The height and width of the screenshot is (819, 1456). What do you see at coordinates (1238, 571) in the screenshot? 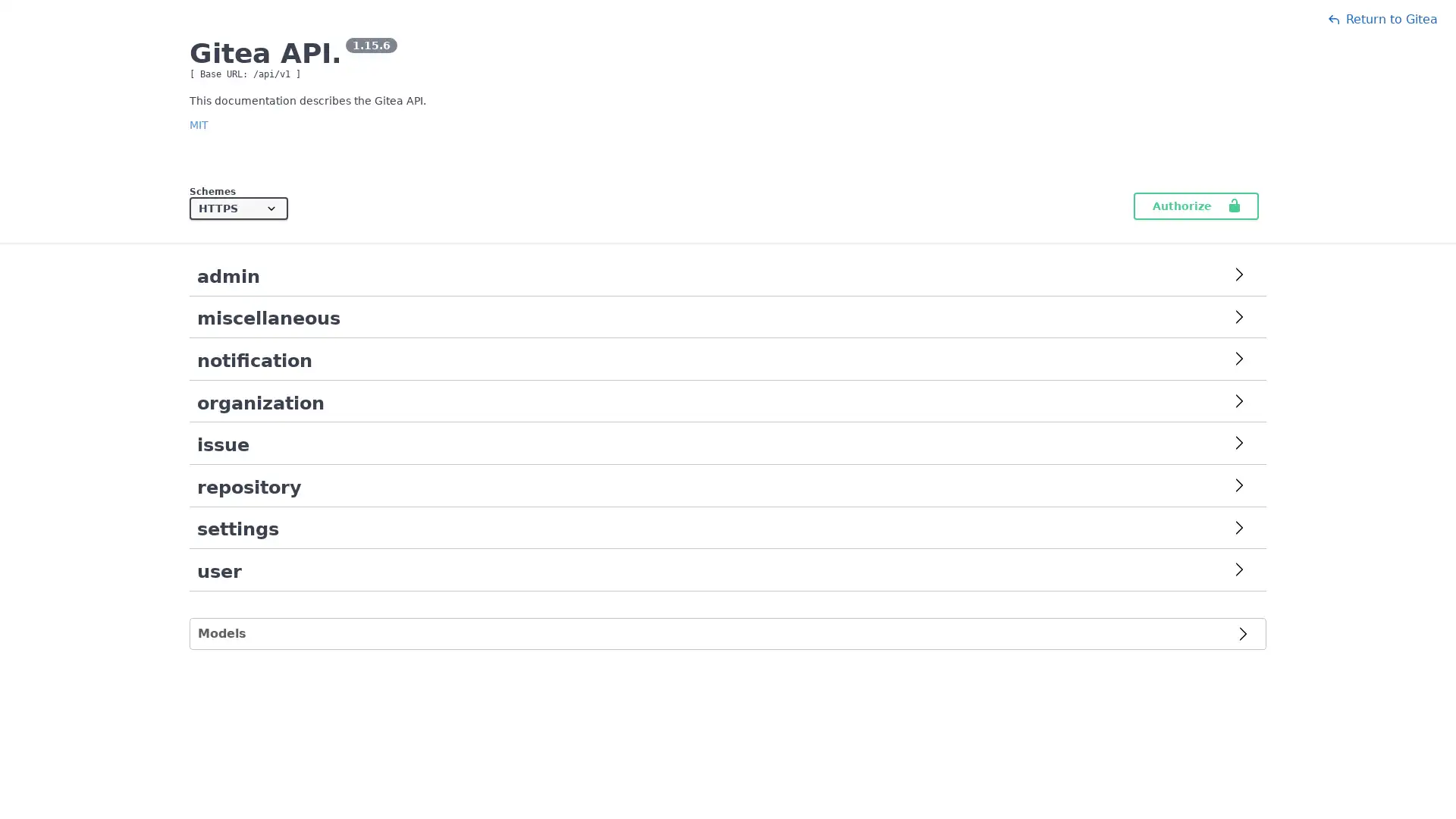
I see `Expand operation` at bounding box center [1238, 571].